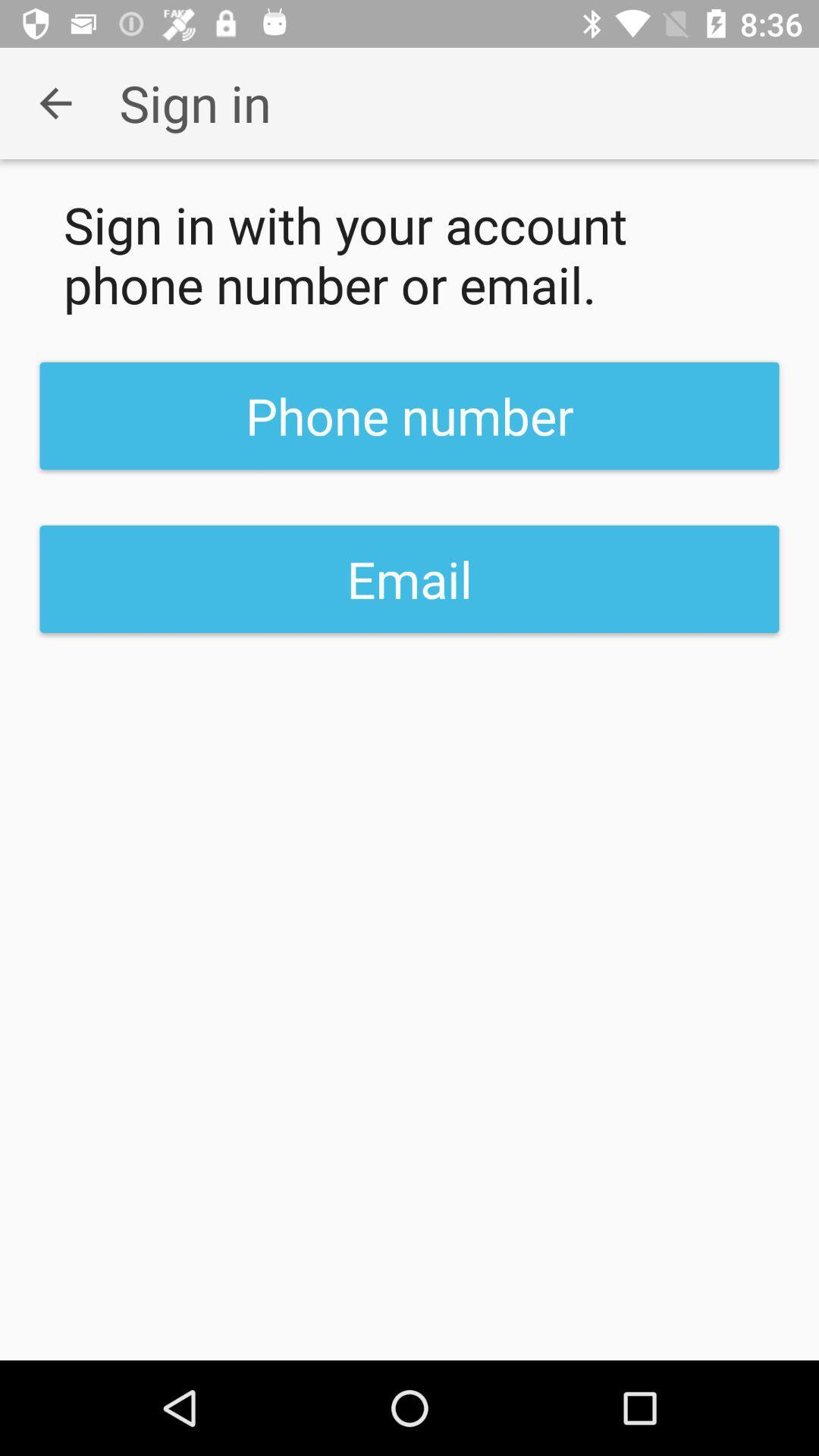  What do you see at coordinates (55, 102) in the screenshot?
I see `the app to the left of sign in item` at bounding box center [55, 102].